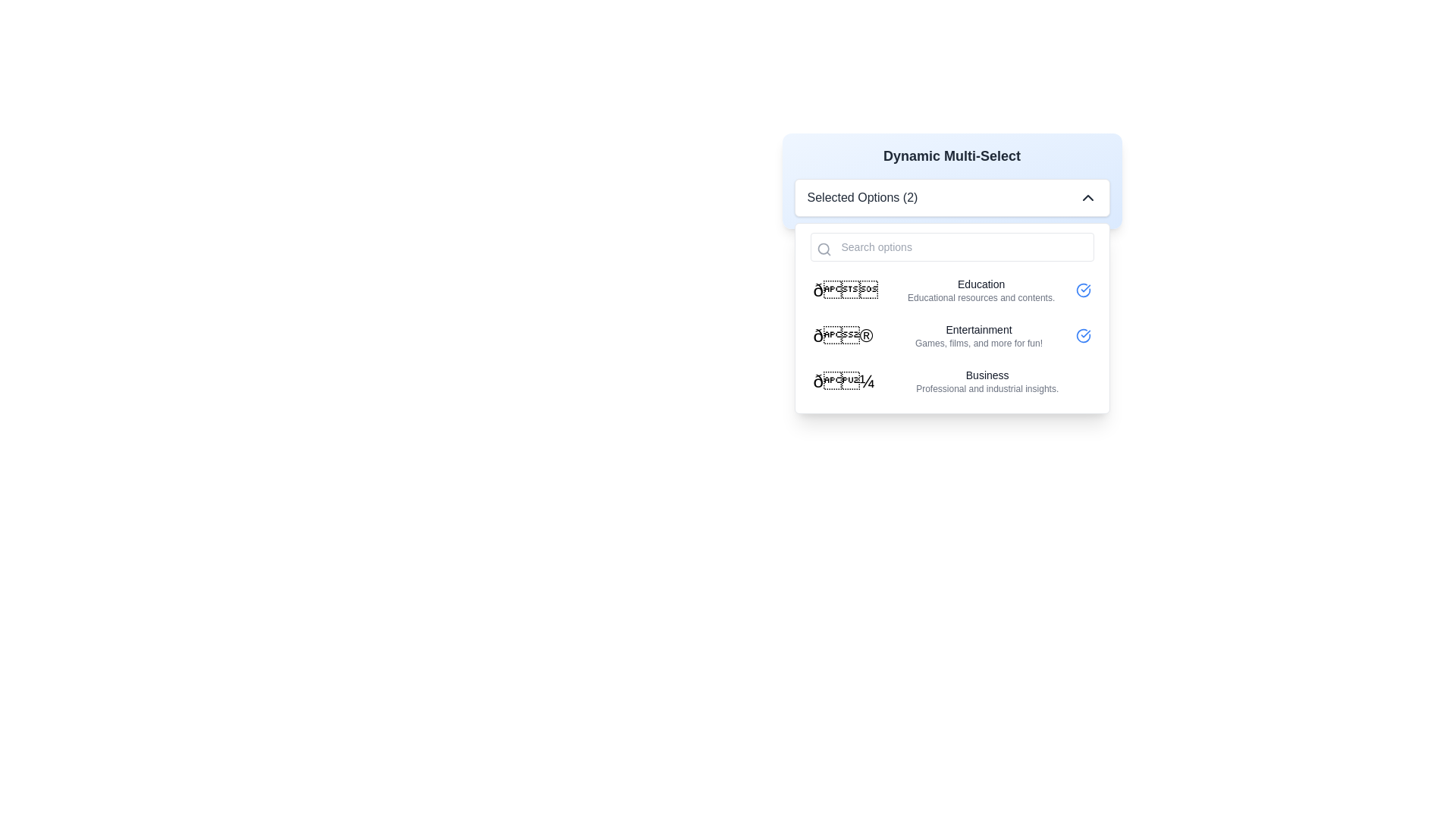 The image size is (1456, 819). I want to click on the static text label representing the category 'Education' within the 'Dynamic Multi-Select' dropdown pane, so click(981, 284).